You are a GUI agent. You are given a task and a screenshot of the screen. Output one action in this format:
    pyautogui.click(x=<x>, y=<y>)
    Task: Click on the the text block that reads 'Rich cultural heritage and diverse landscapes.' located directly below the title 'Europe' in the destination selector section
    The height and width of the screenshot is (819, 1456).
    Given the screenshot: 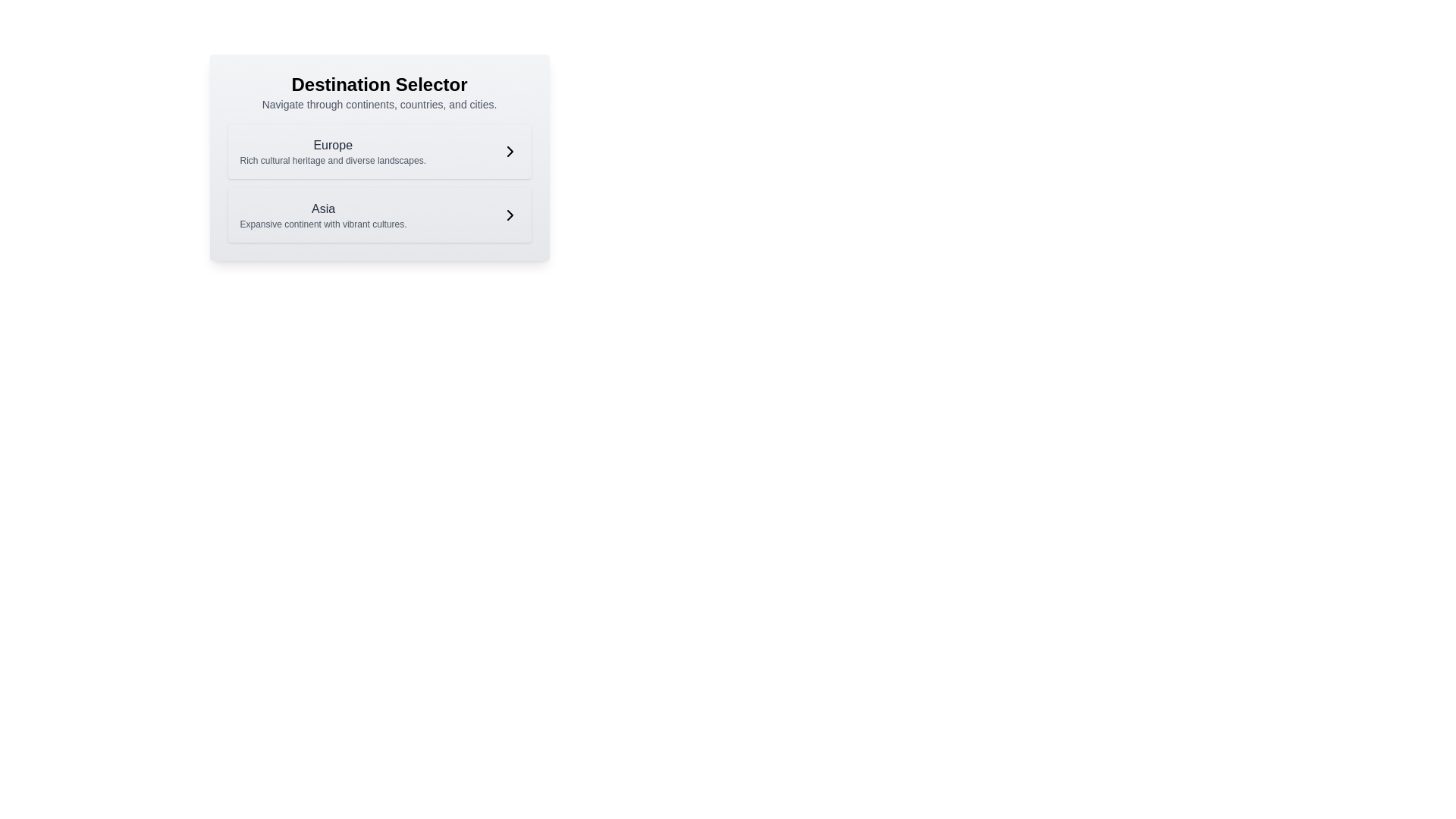 What is the action you would take?
    pyautogui.click(x=332, y=161)
    